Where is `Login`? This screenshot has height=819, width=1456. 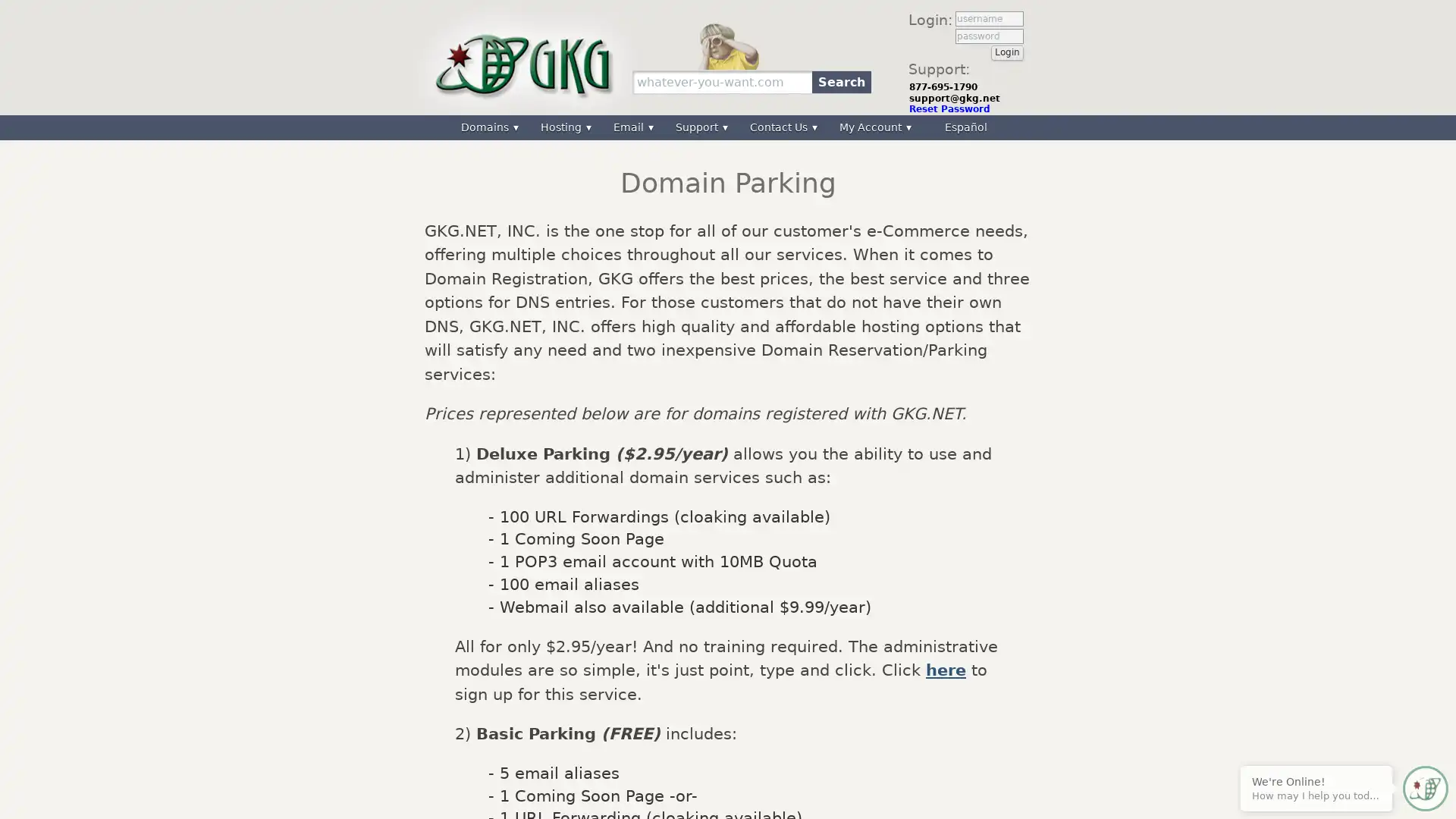 Login is located at coordinates (1007, 52).